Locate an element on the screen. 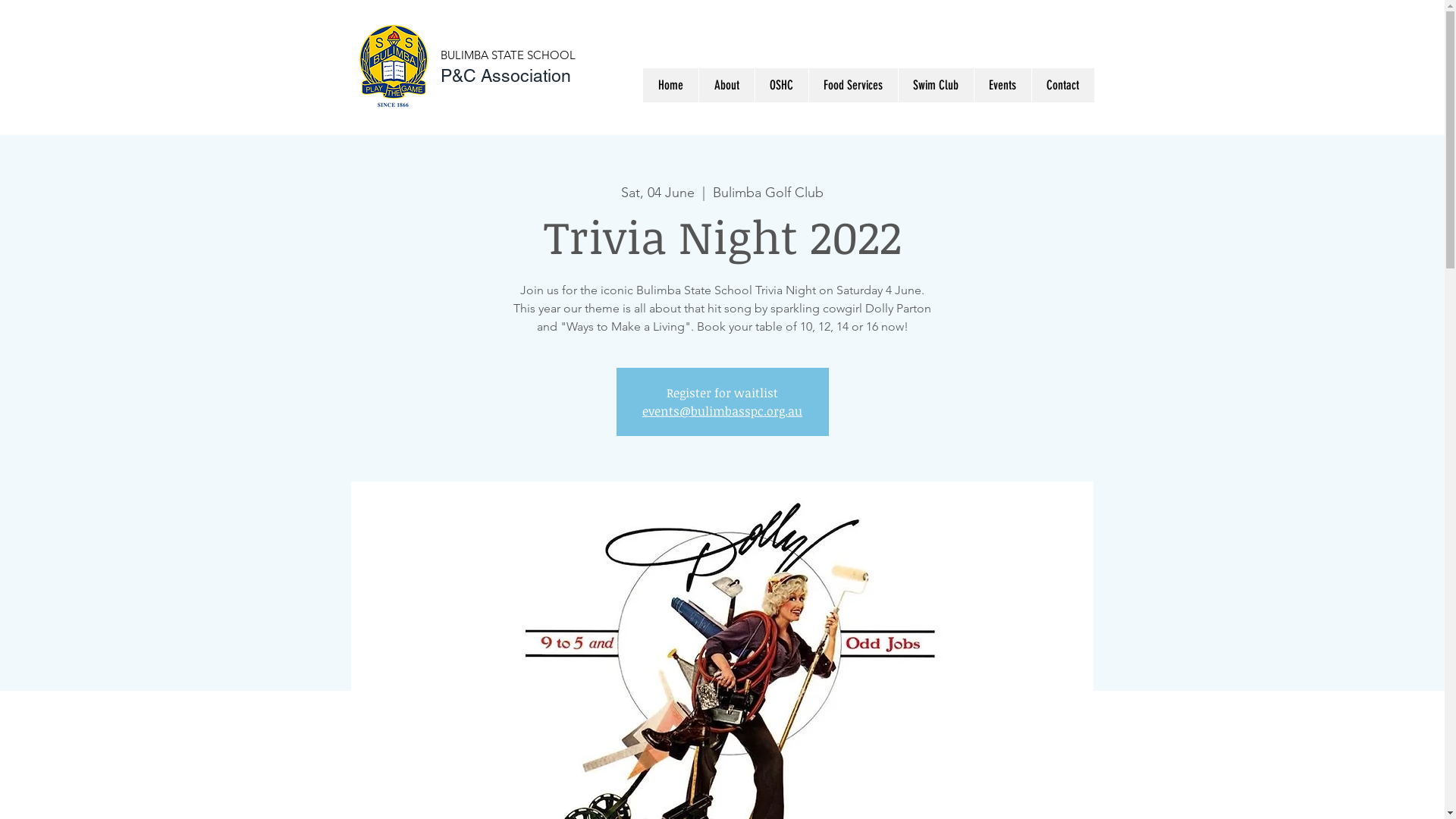  'Home' is located at coordinates (643, 85).